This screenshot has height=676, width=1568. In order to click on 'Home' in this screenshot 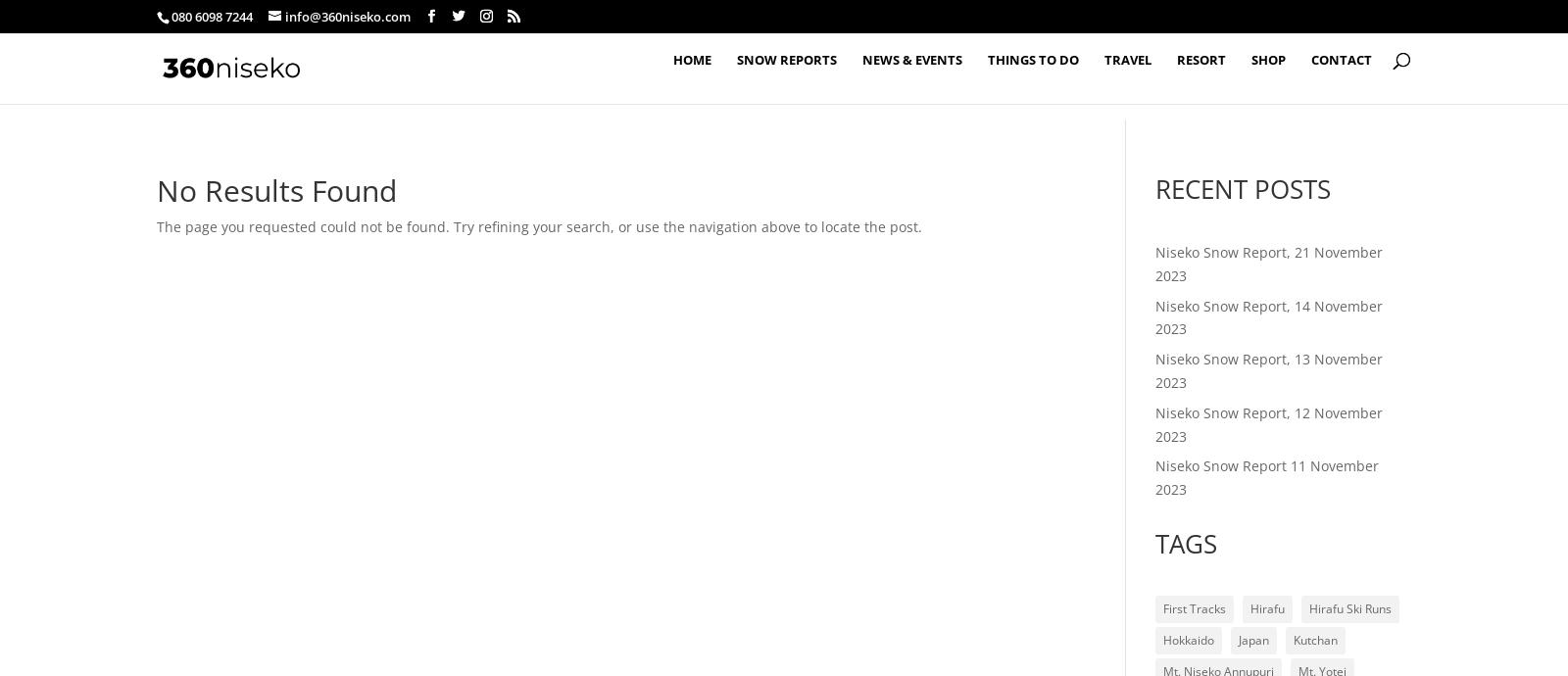, I will do `click(673, 73)`.